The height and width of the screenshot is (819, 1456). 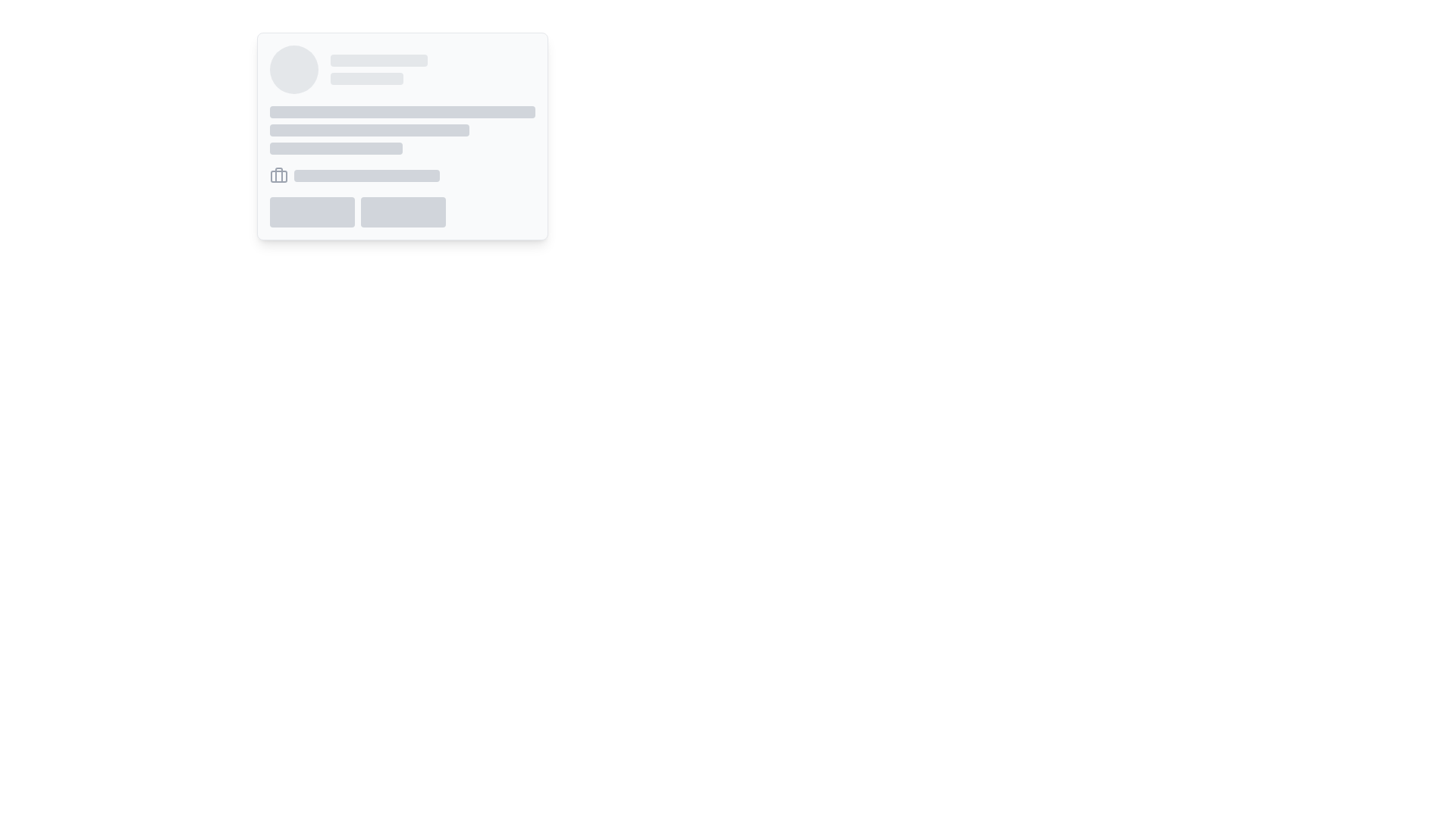 I want to click on the rectangular gray button-like Placeholder element with rounded corners located to the right of its sibling in the lower-right section of the card-like structure, so click(x=403, y=212).